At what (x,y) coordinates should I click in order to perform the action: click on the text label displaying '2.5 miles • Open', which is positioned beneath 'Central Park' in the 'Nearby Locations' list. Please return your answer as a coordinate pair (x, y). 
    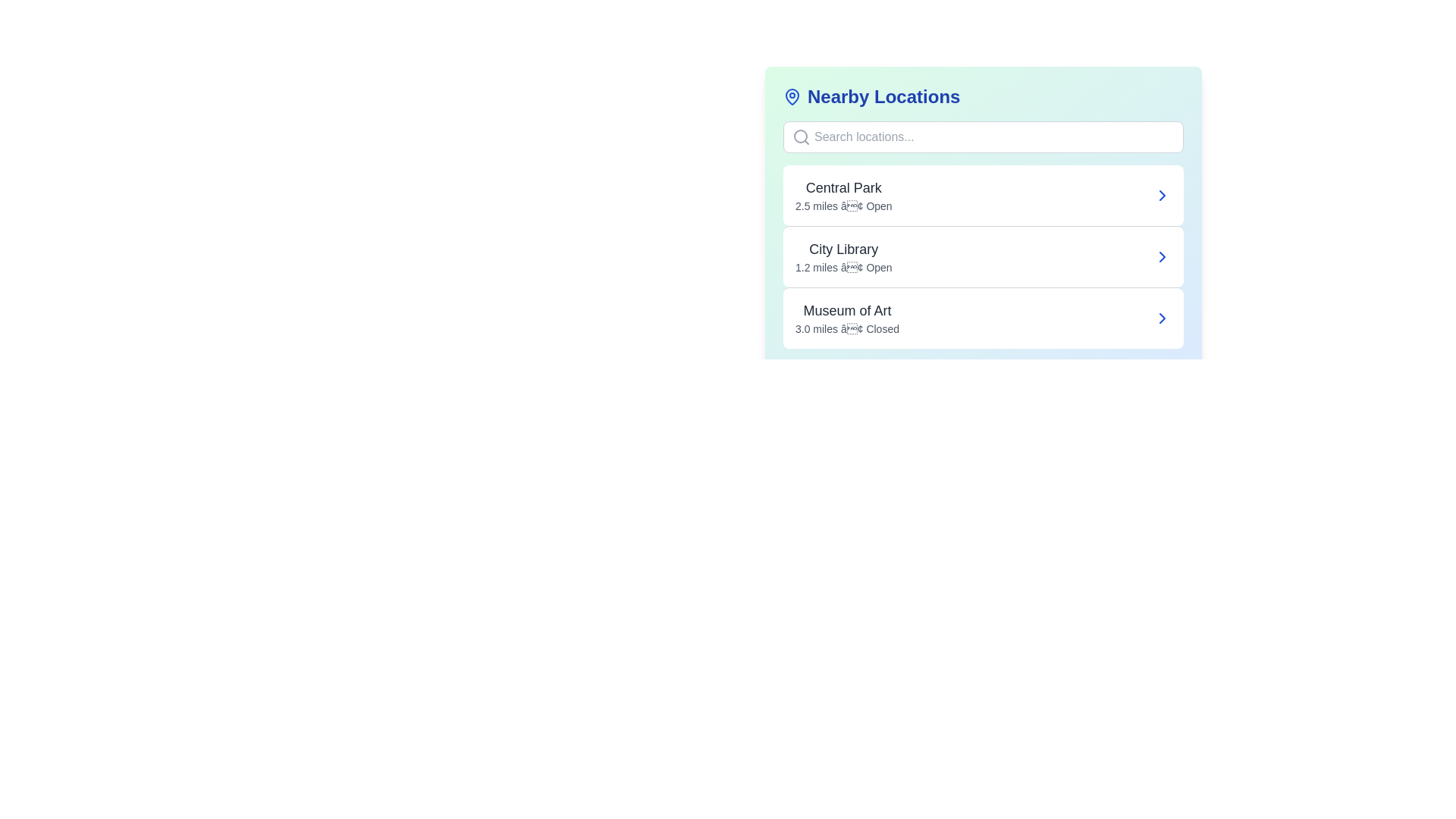
    Looking at the image, I should click on (843, 206).